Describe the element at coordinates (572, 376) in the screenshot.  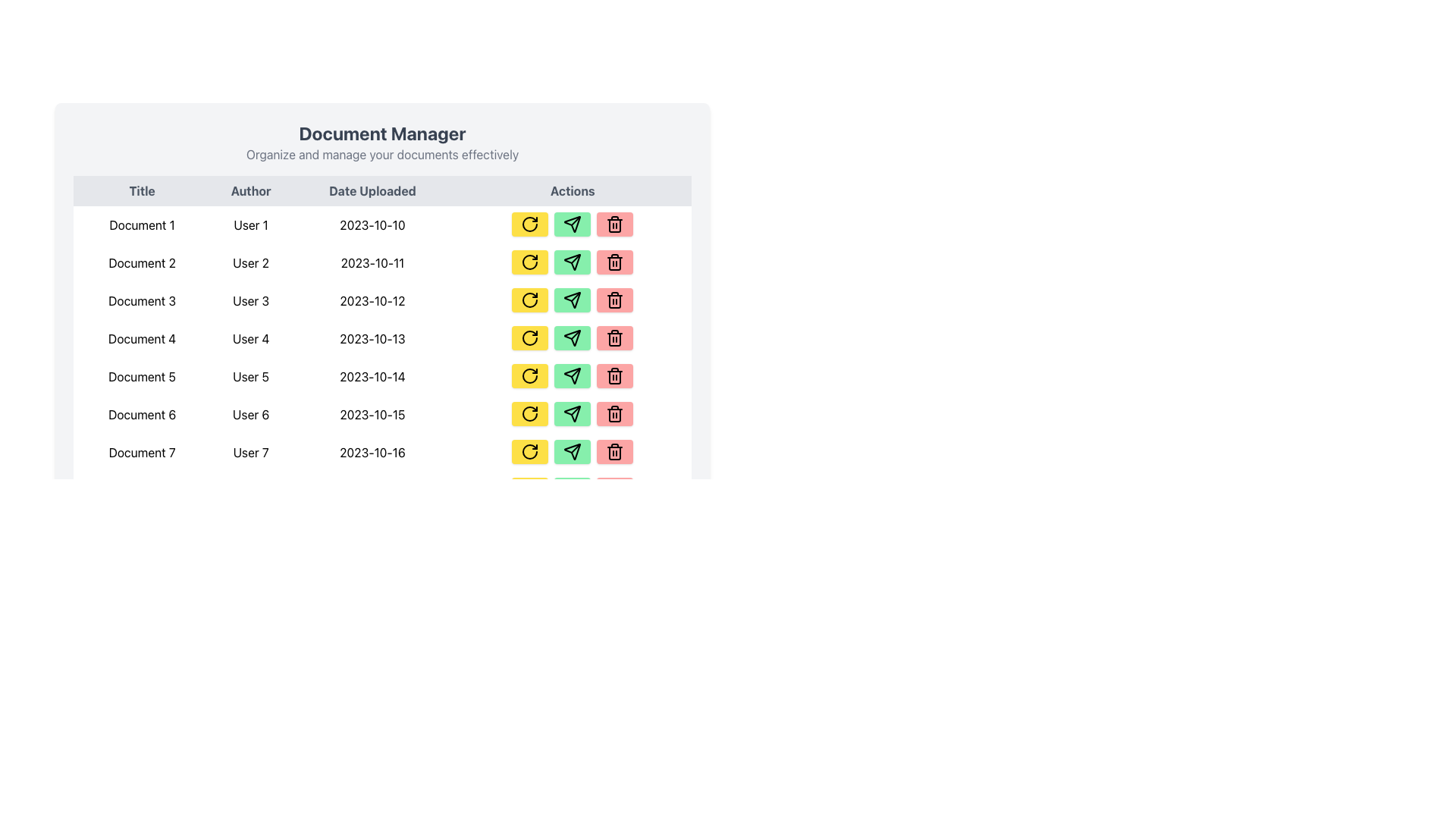
I see `the green rectangular button with a paper plane icon located in the 'Actions' column of the row for 'Document 5' and '2023-10-14'` at that location.